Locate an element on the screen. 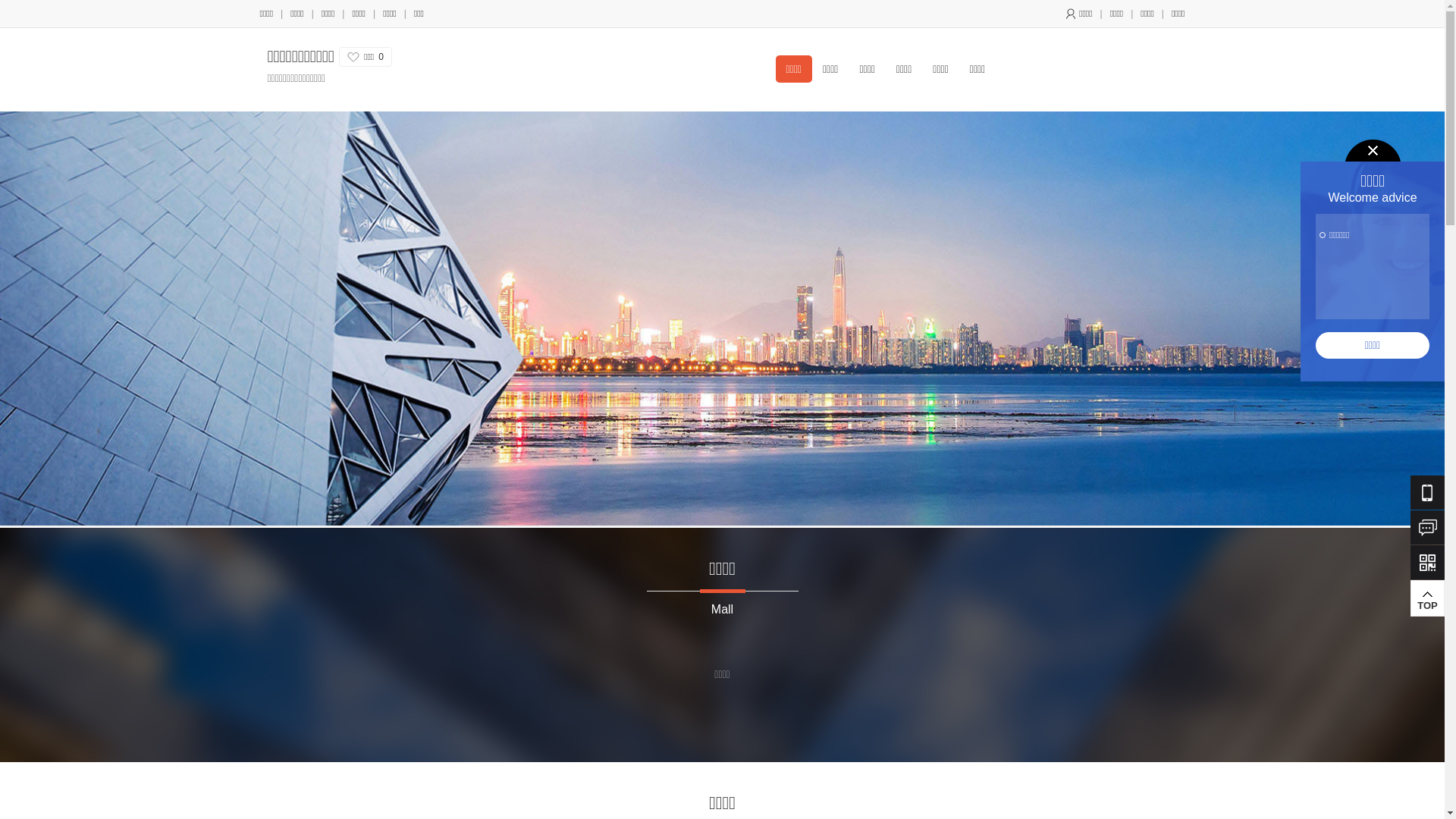 This screenshot has height=819, width=1456. 'TOP' is located at coordinates (1426, 596).